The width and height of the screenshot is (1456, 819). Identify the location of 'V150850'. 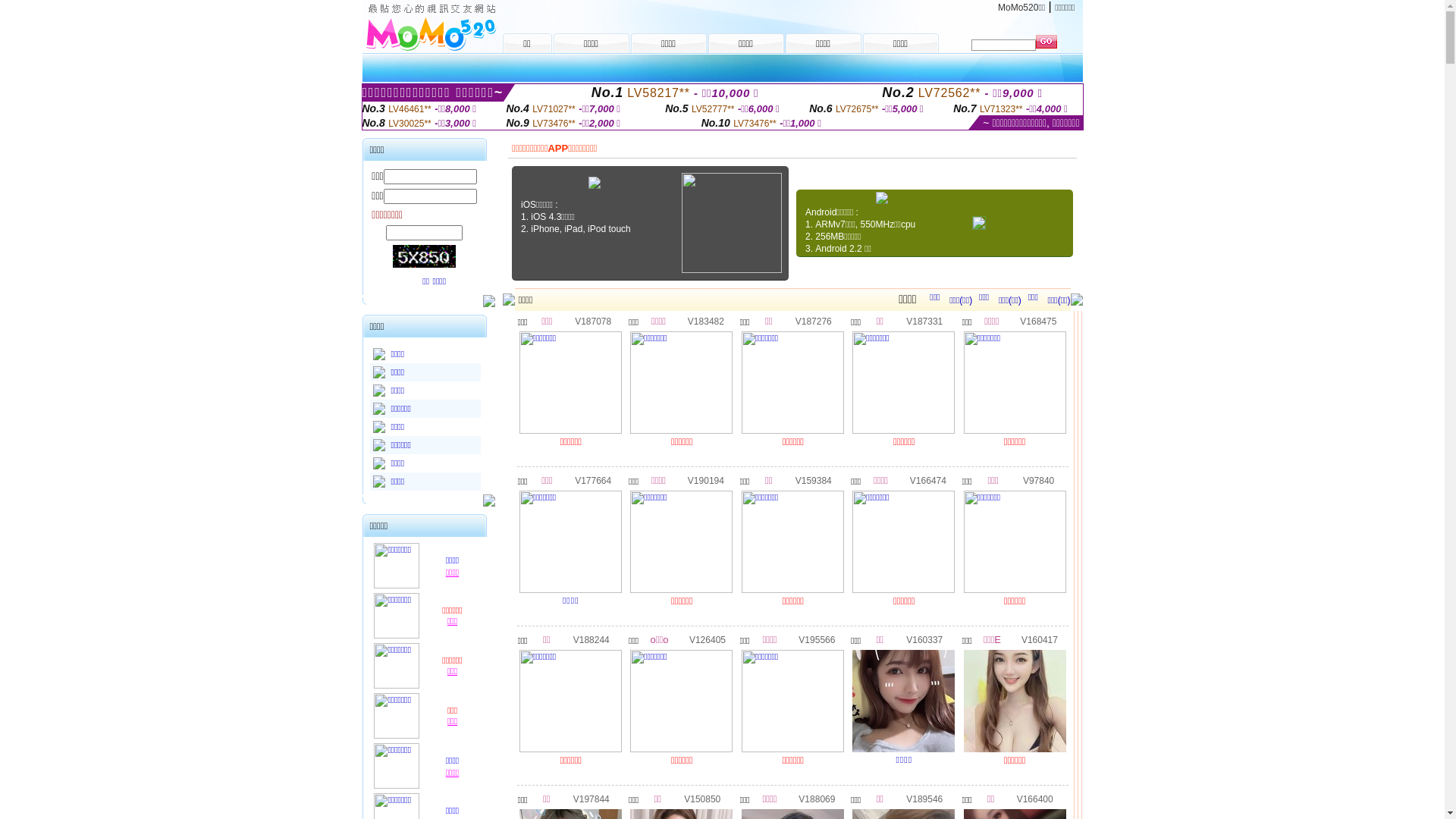
(701, 798).